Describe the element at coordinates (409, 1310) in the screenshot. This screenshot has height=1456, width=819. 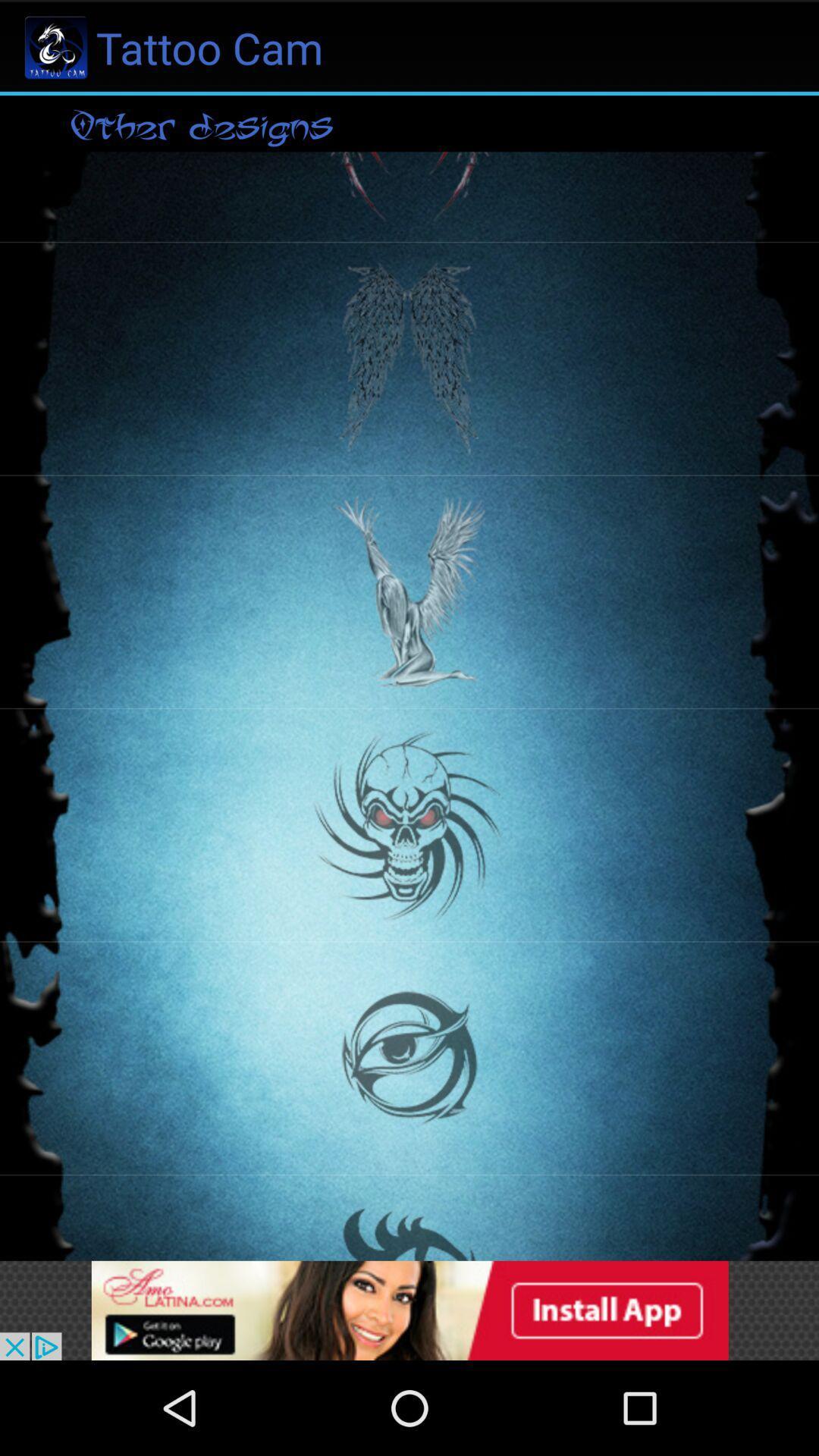
I see `click discription` at that location.